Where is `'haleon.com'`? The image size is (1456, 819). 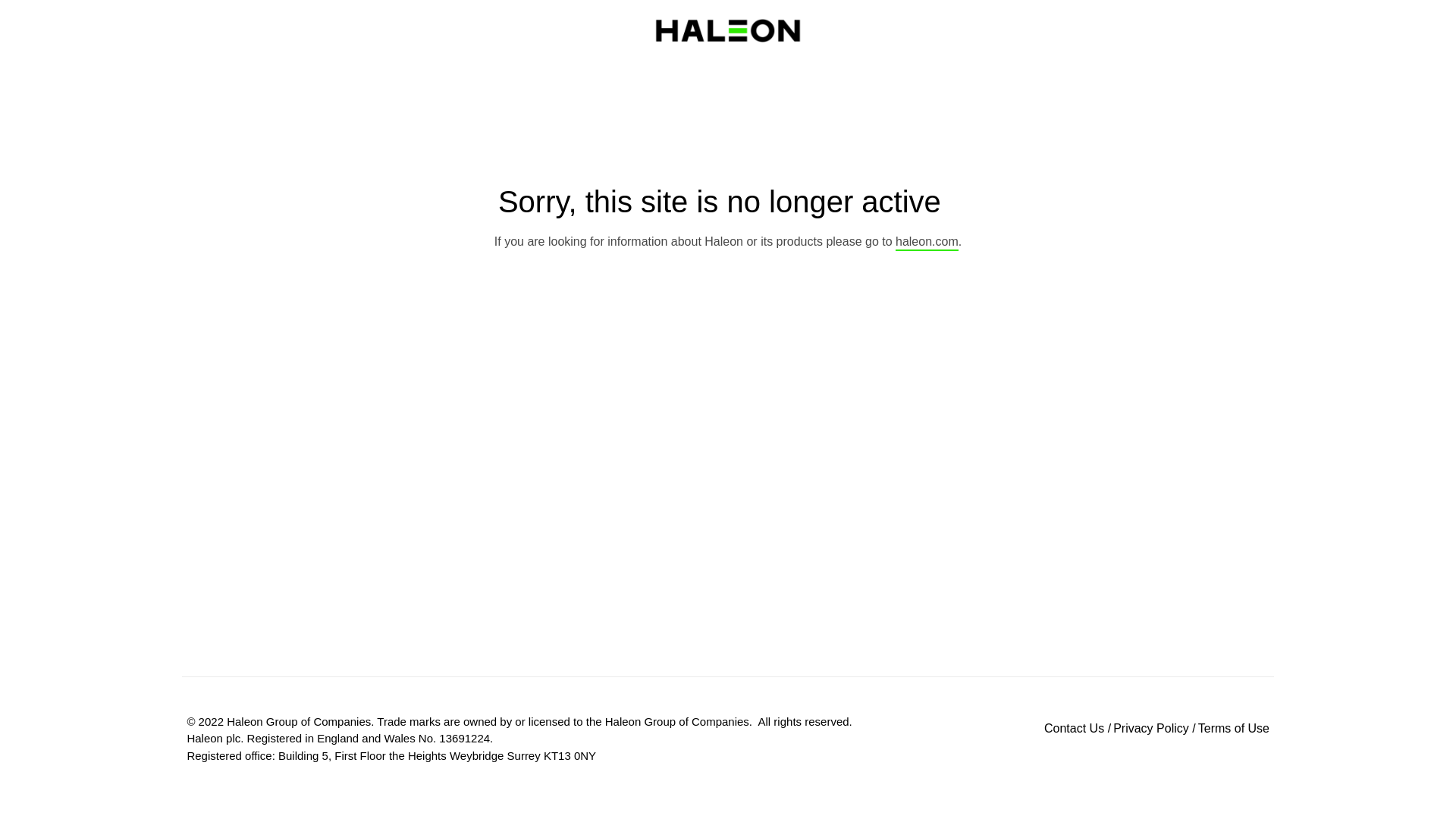 'haleon.com' is located at coordinates (926, 241).